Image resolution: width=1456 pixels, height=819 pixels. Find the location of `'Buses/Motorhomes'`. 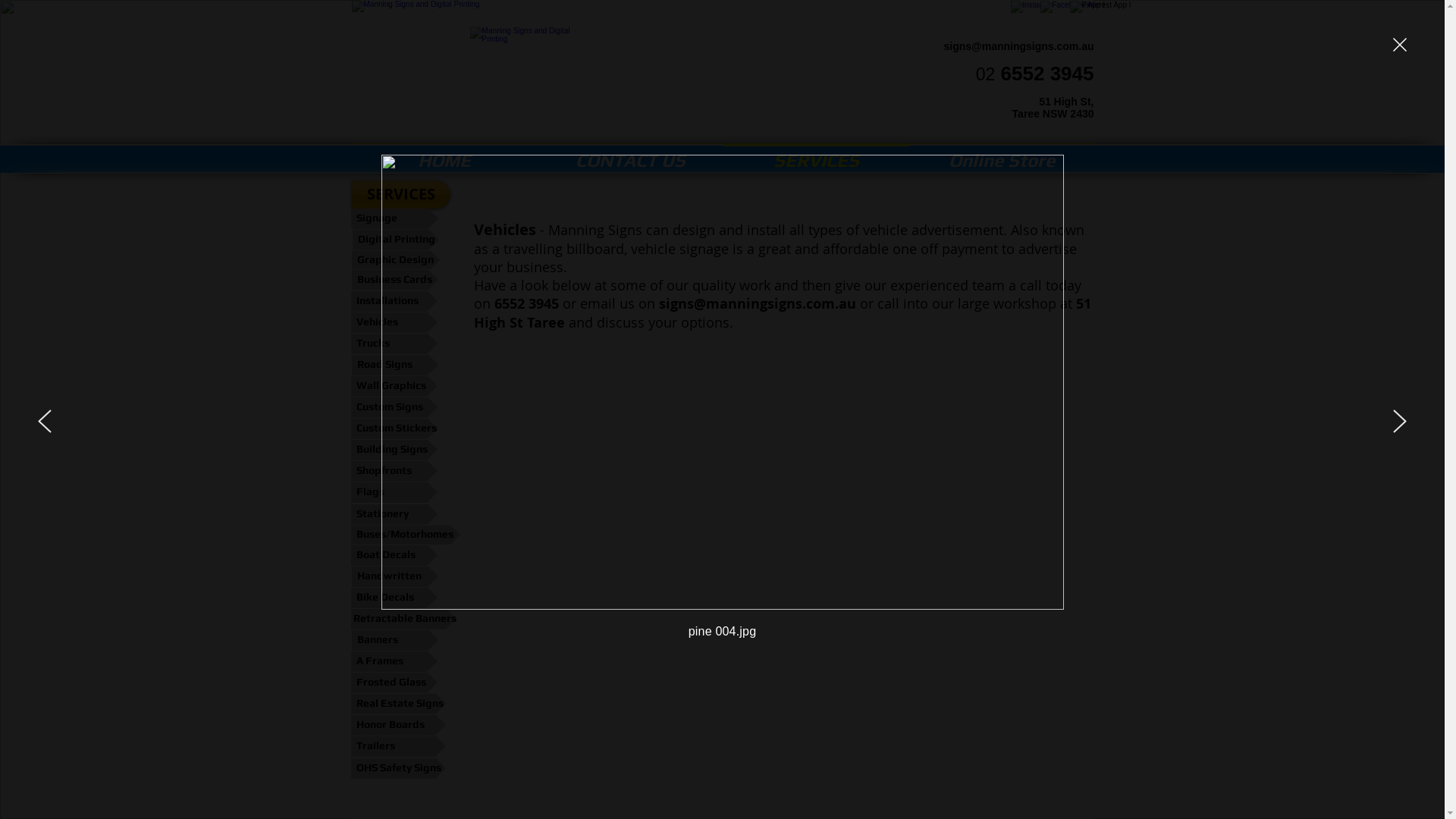

'Buses/Motorhomes' is located at coordinates (404, 533).